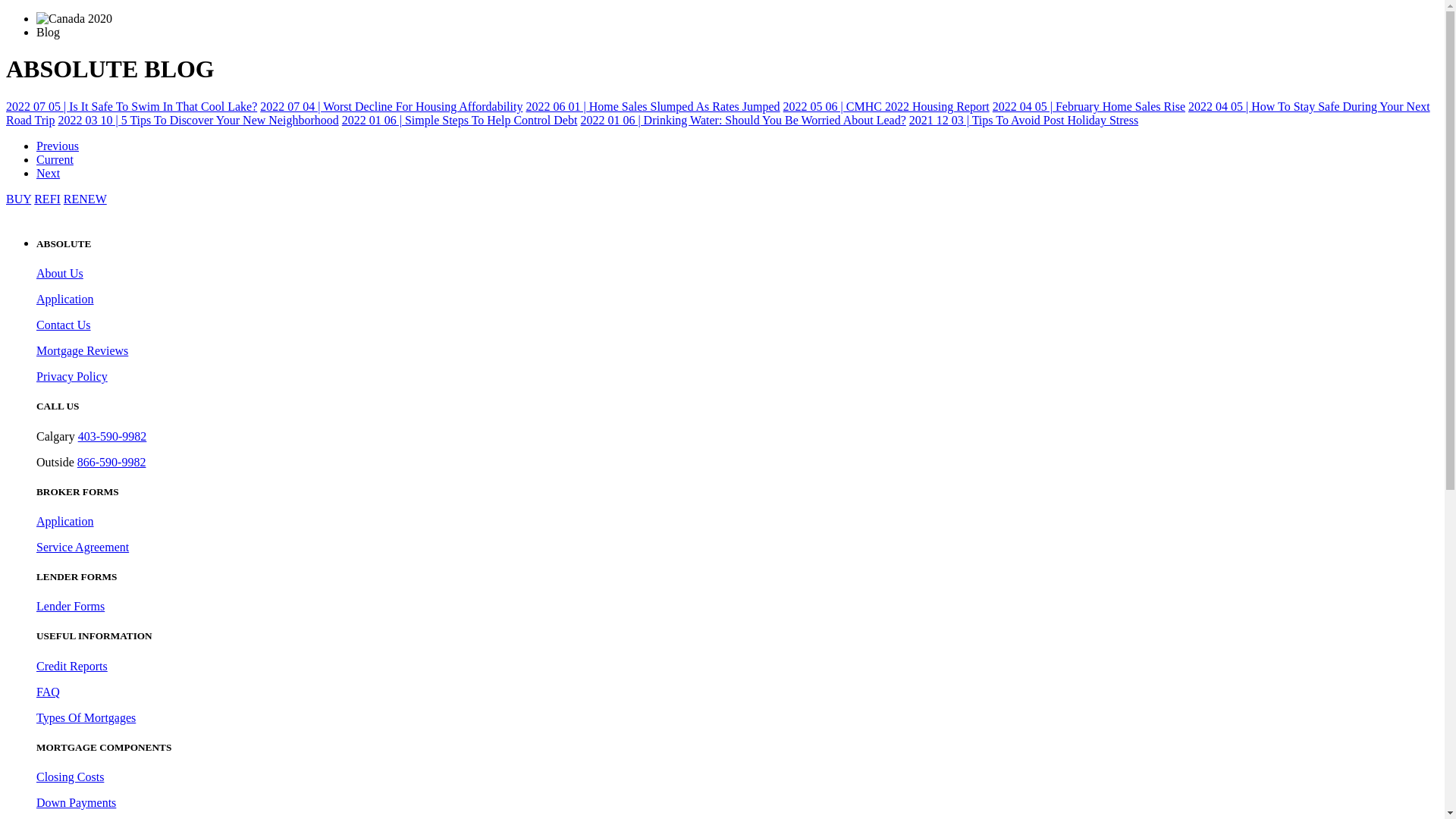 Image resolution: width=1456 pixels, height=819 pixels. What do you see at coordinates (58, 146) in the screenshot?
I see `'Previous'` at bounding box center [58, 146].